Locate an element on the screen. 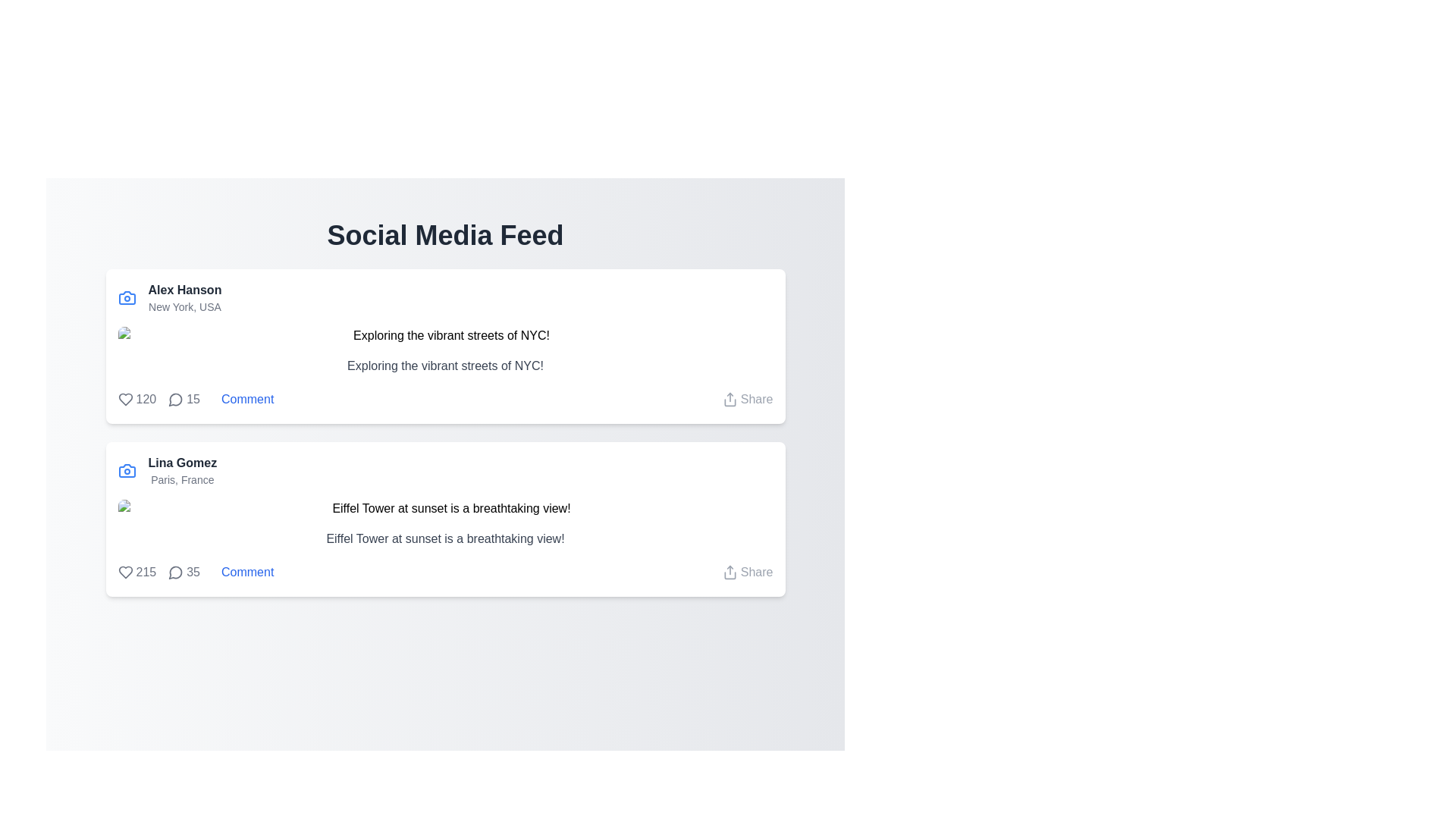  the text label displaying 'Paris, France.' located below the name 'Lina Gomez' in the social media post card is located at coordinates (182, 479).